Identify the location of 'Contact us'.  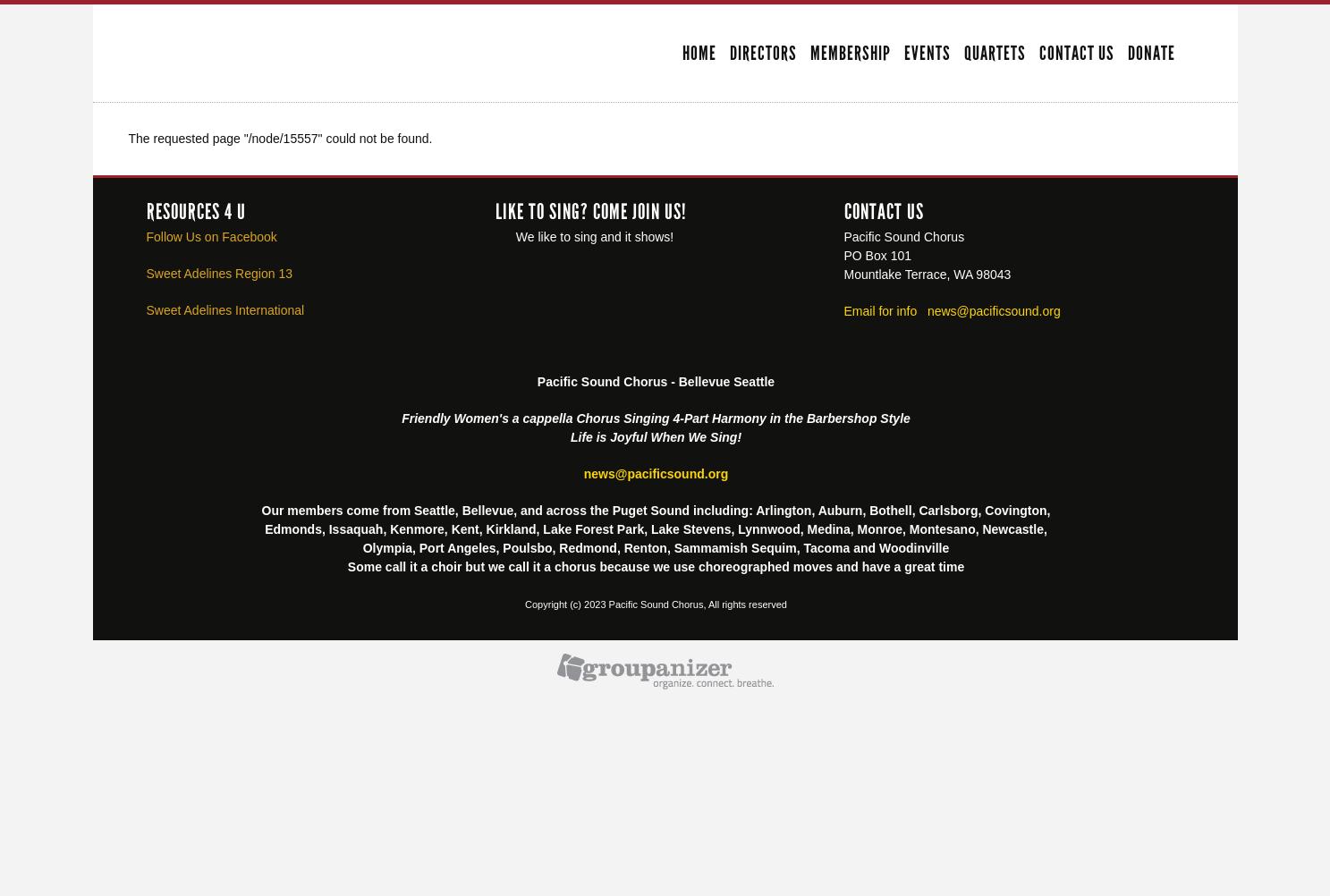
(883, 210).